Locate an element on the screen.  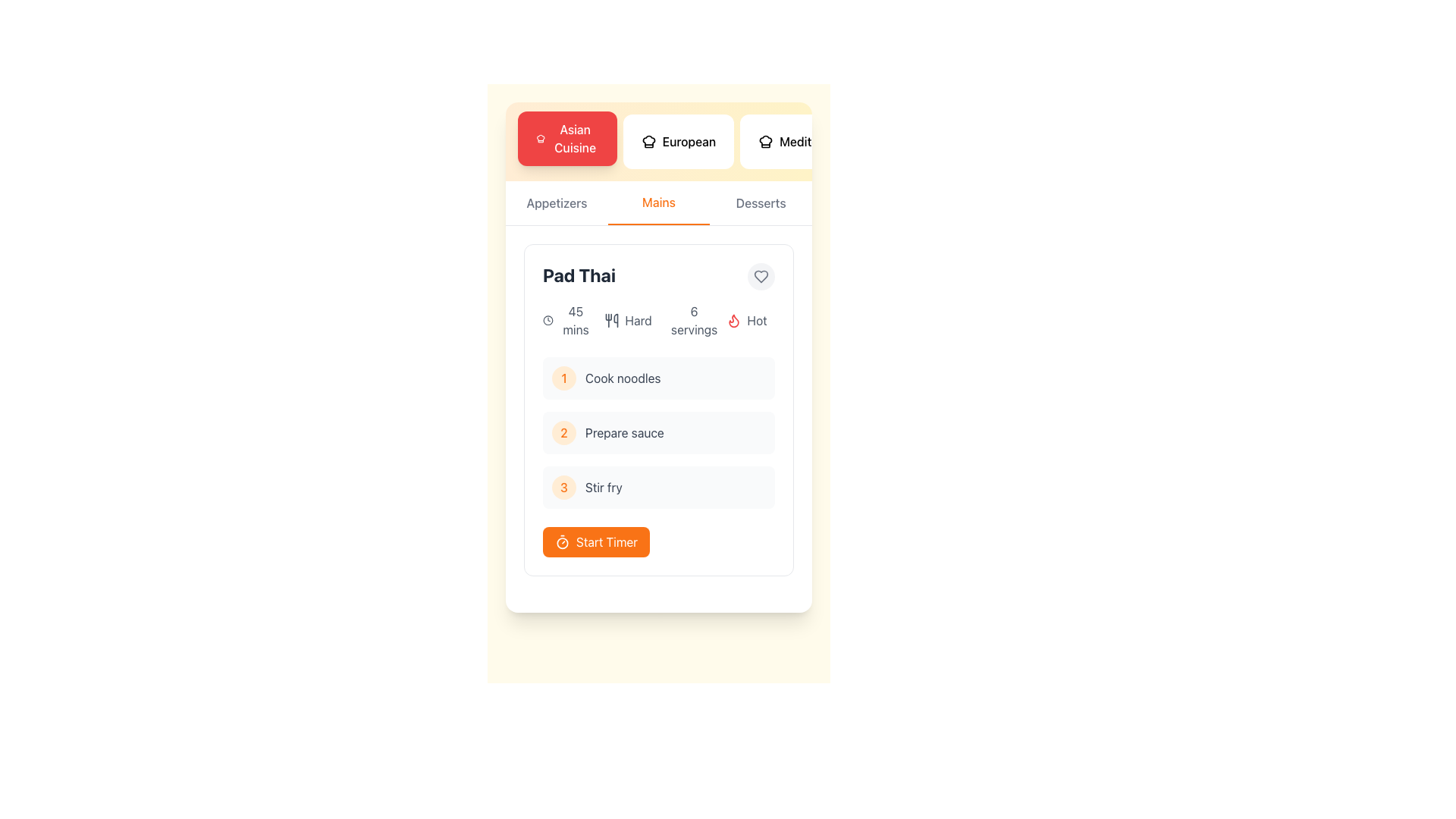
the heart-shaped favorite icon located in the top-right corner of the Pad Thai card is located at coordinates (761, 277).